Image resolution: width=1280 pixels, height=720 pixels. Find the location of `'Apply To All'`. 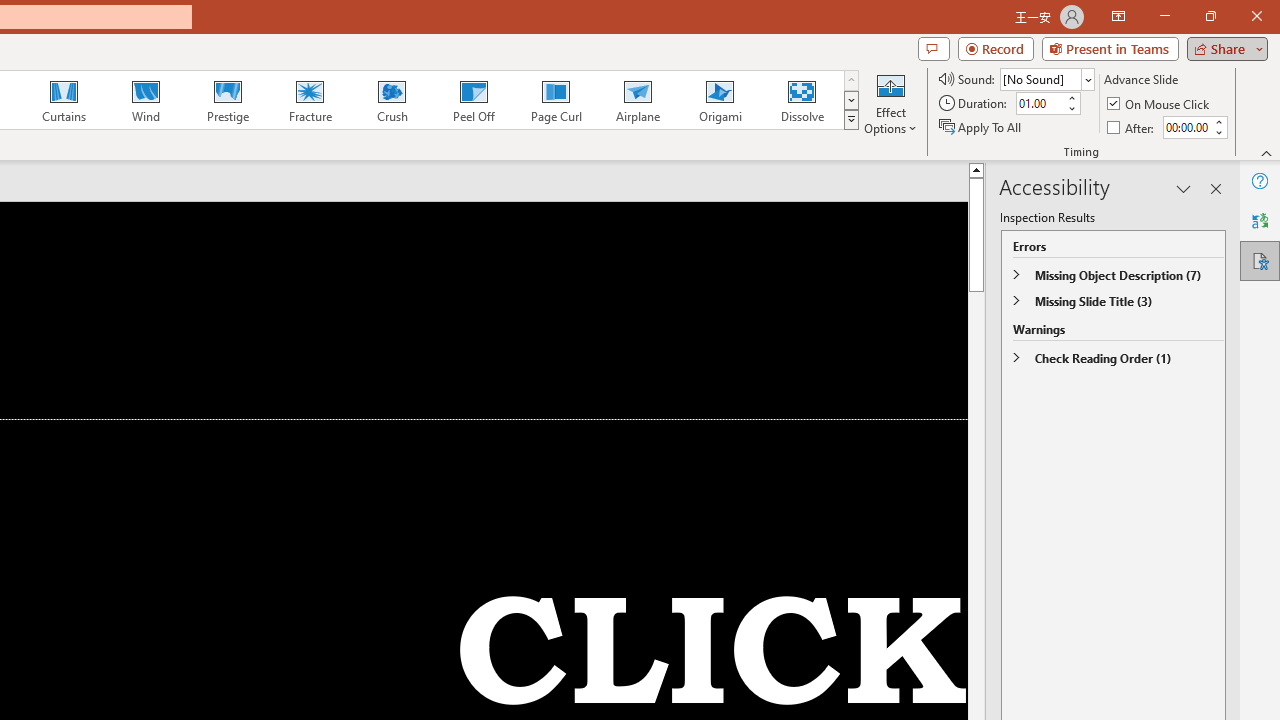

'Apply To All' is located at coordinates (981, 127).